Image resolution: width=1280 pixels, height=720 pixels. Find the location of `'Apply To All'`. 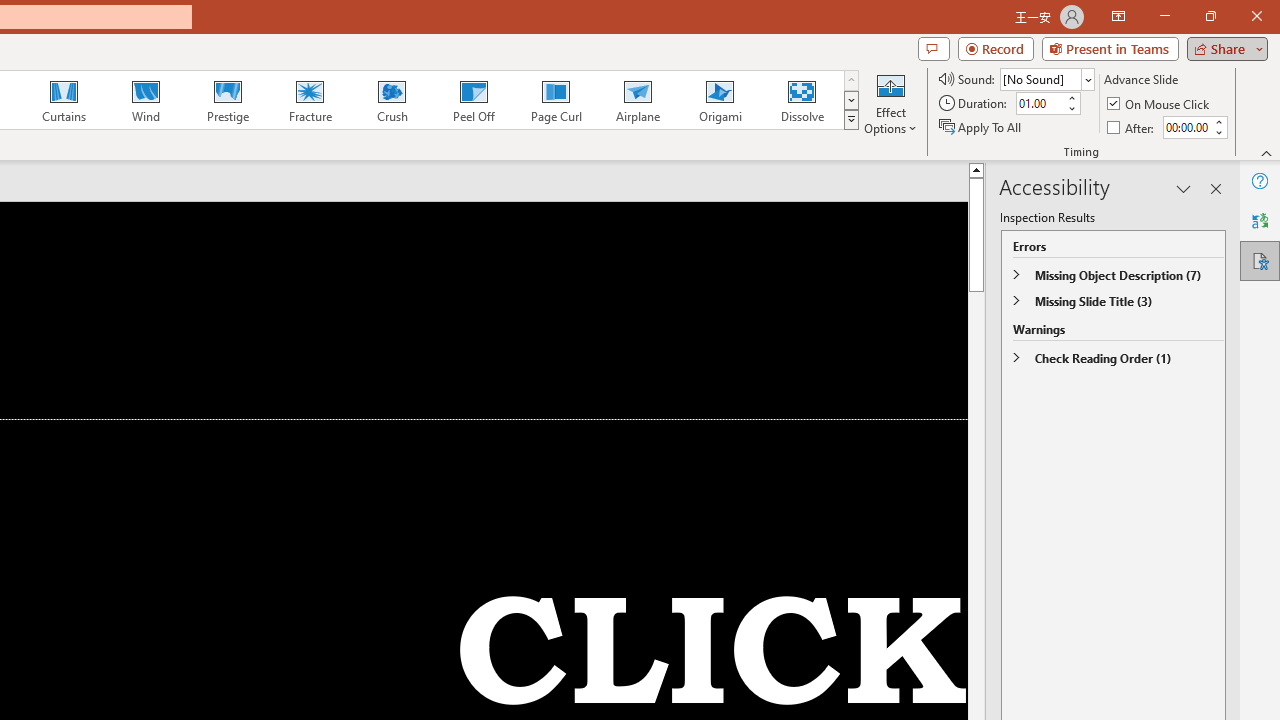

'Apply To All' is located at coordinates (981, 127).